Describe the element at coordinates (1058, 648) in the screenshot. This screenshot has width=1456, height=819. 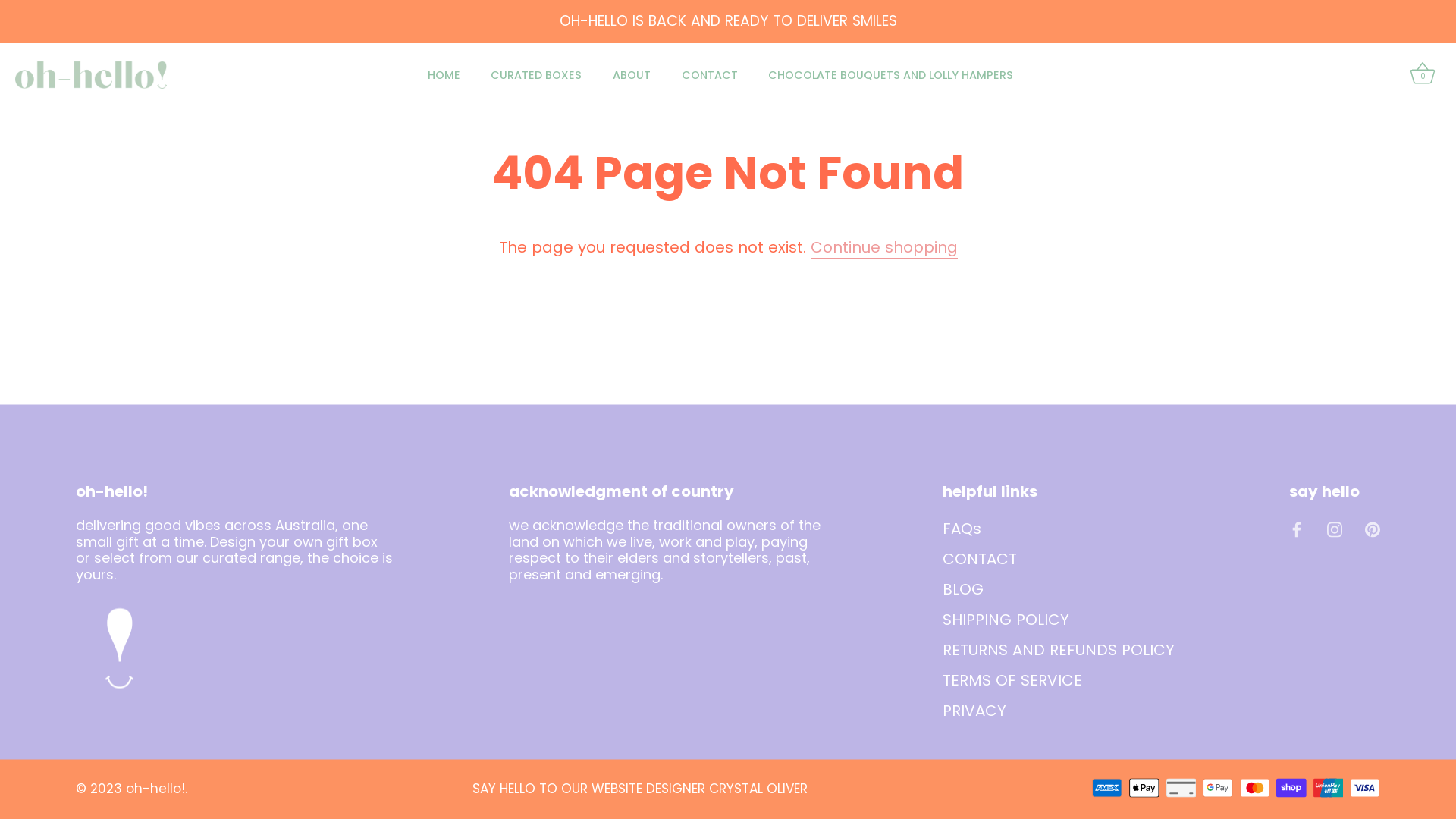
I see `'RETURNS AND REFUNDS POLICY'` at that location.